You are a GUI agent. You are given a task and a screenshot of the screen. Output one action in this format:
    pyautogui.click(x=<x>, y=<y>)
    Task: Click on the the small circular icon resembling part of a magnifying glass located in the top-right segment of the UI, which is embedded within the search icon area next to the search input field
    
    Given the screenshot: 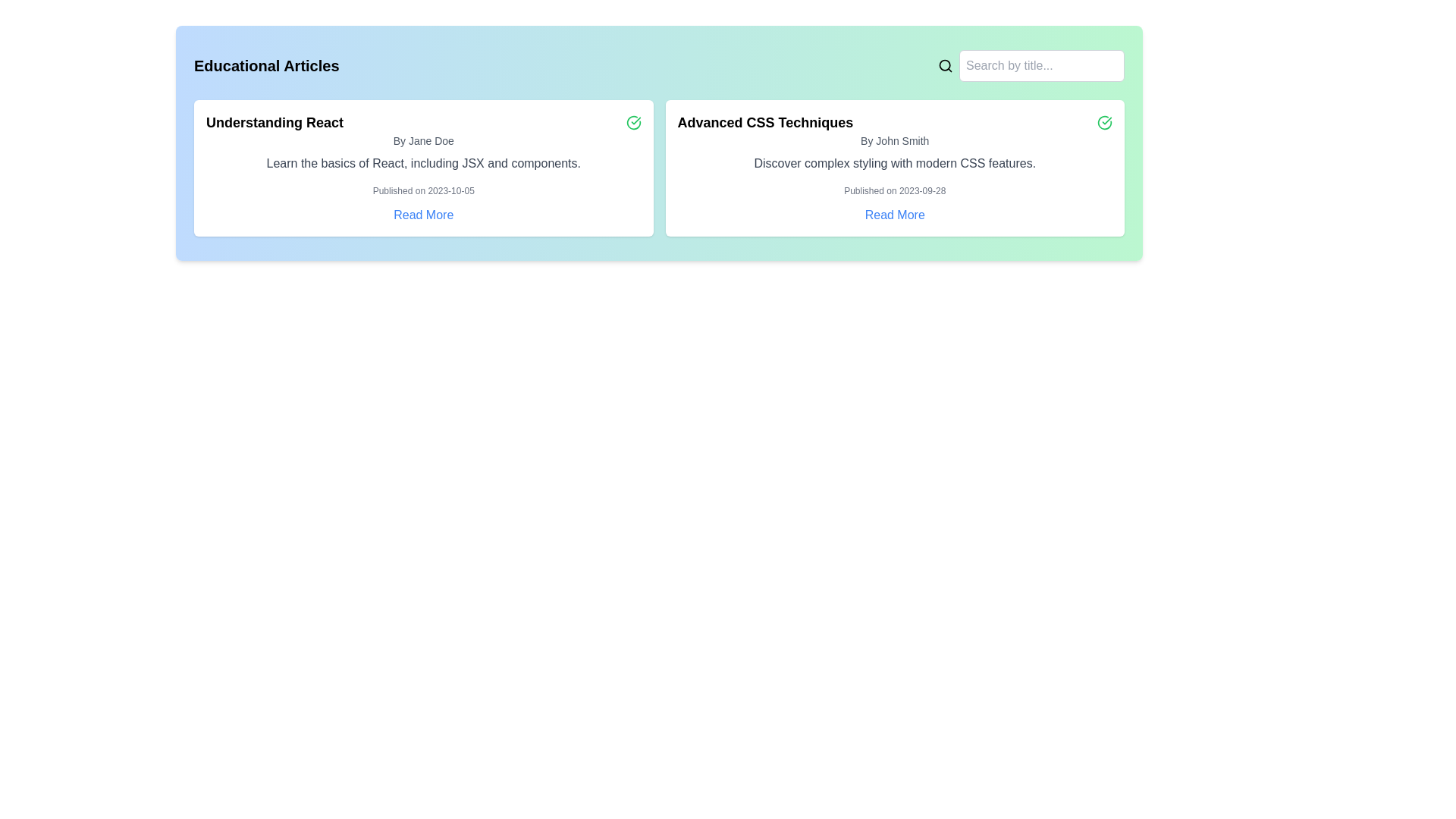 What is the action you would take?
    pyautogui.click(x=944, y=64)
    